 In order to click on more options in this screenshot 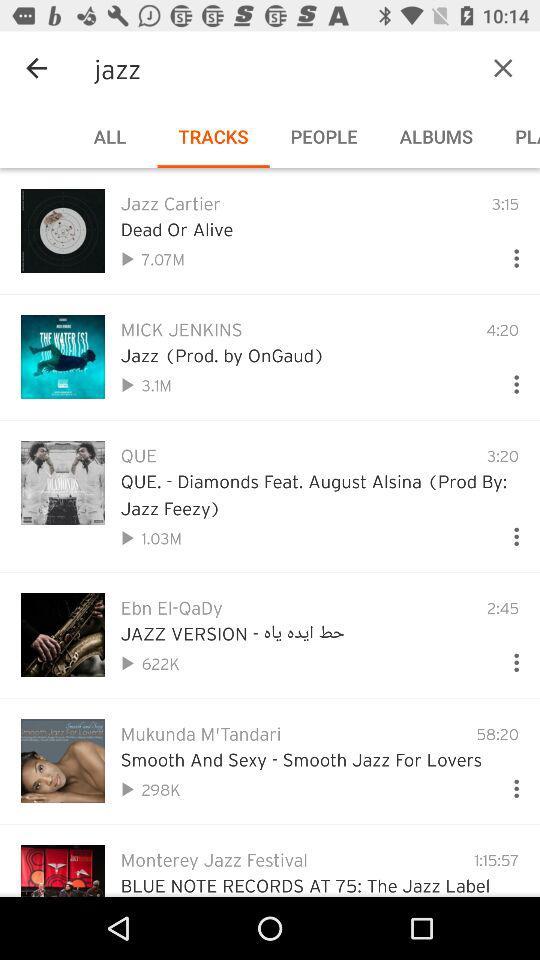, I will do `click(508, 531)`.